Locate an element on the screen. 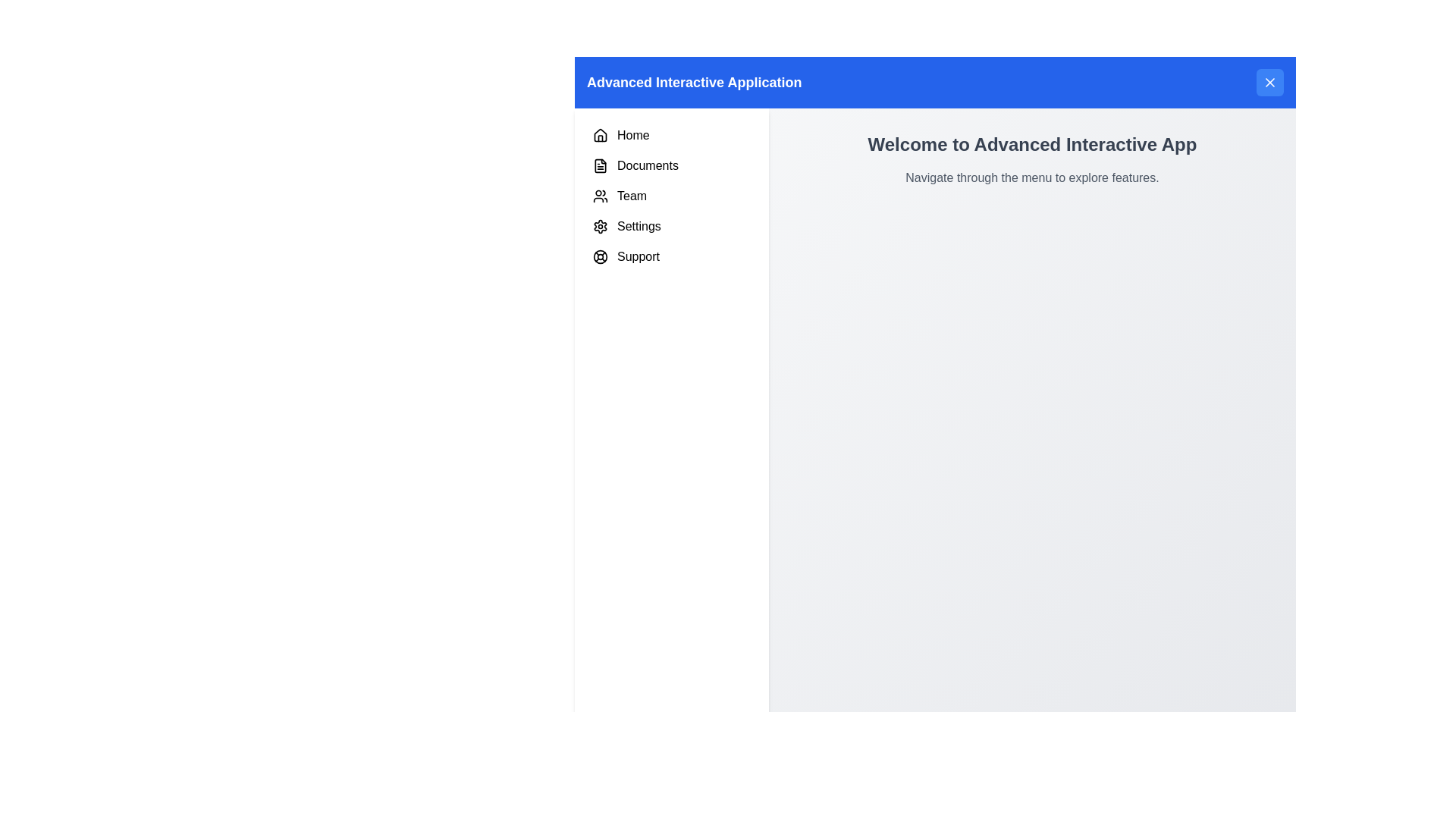  the 'Documents' icon located in the vertical navigation menu is located at coordinates (600, 166).